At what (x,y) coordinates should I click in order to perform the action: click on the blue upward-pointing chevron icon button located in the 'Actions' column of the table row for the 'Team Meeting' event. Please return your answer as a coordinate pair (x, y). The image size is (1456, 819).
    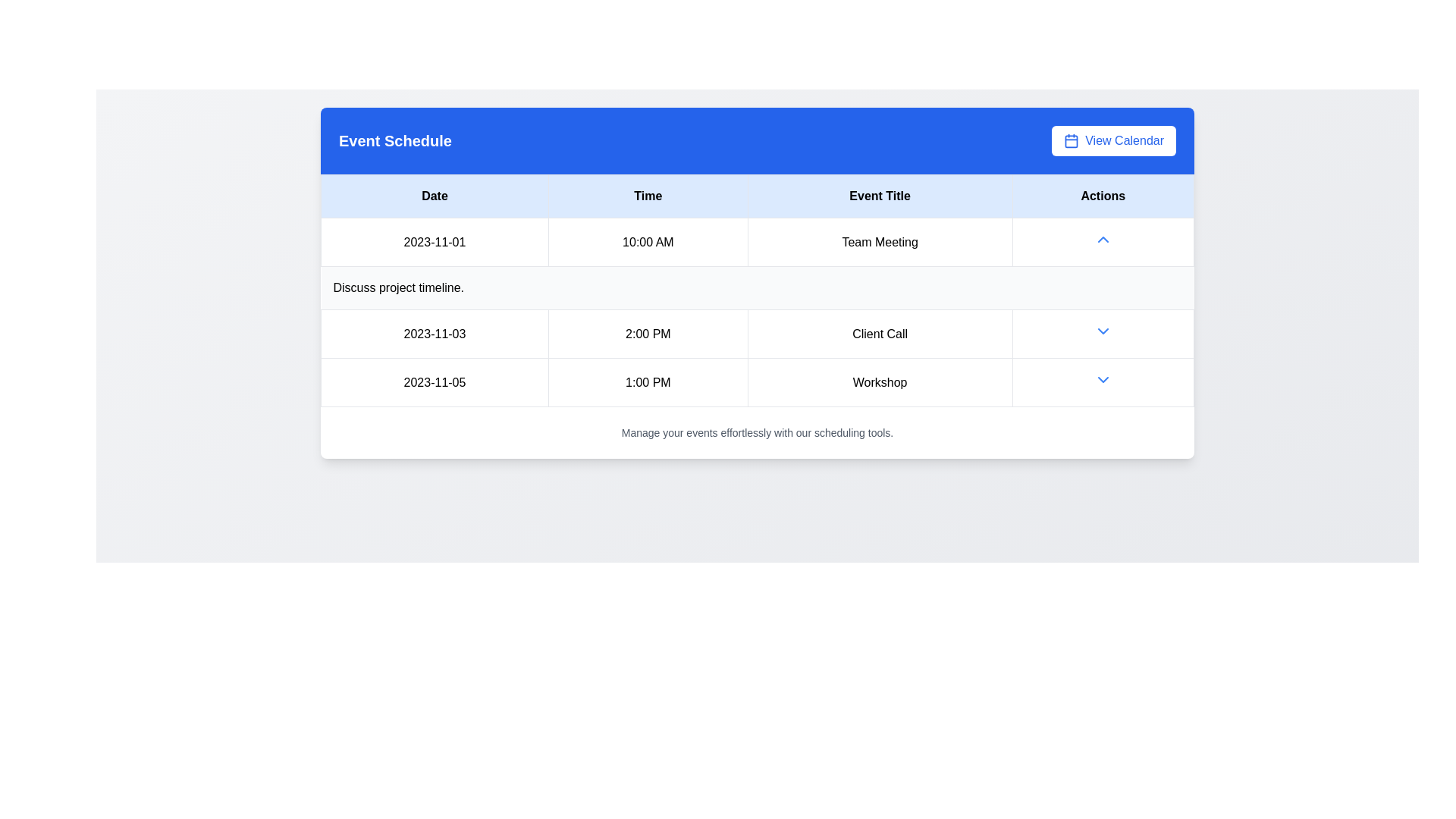
    Looking at the image, I should click on (1103, 241).